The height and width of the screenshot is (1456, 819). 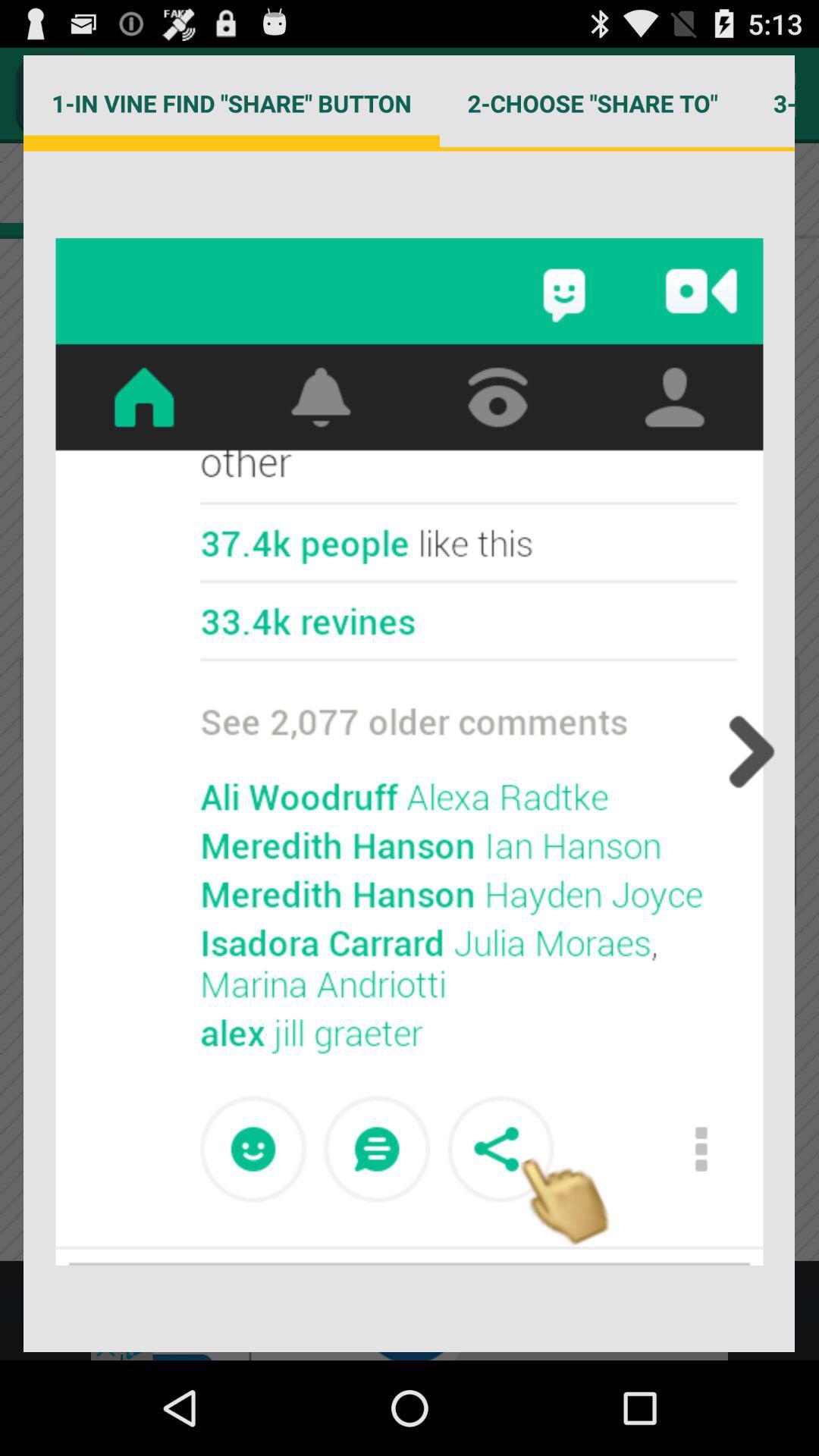 I want to click on the icon on the right, so click(x=746, y=752).